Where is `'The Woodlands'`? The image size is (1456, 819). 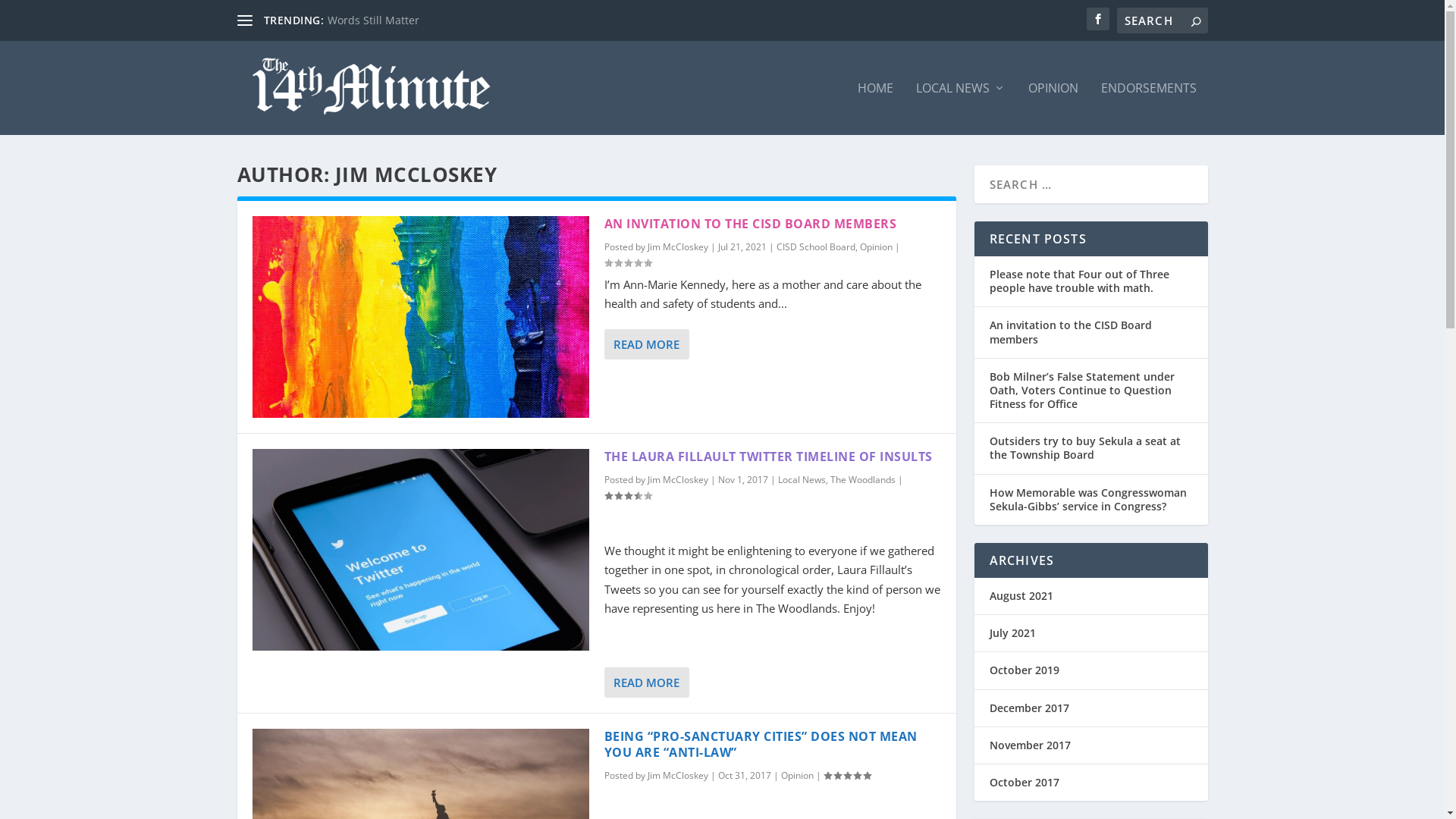 'The Woodlands' is located at coordinates (862, 479).